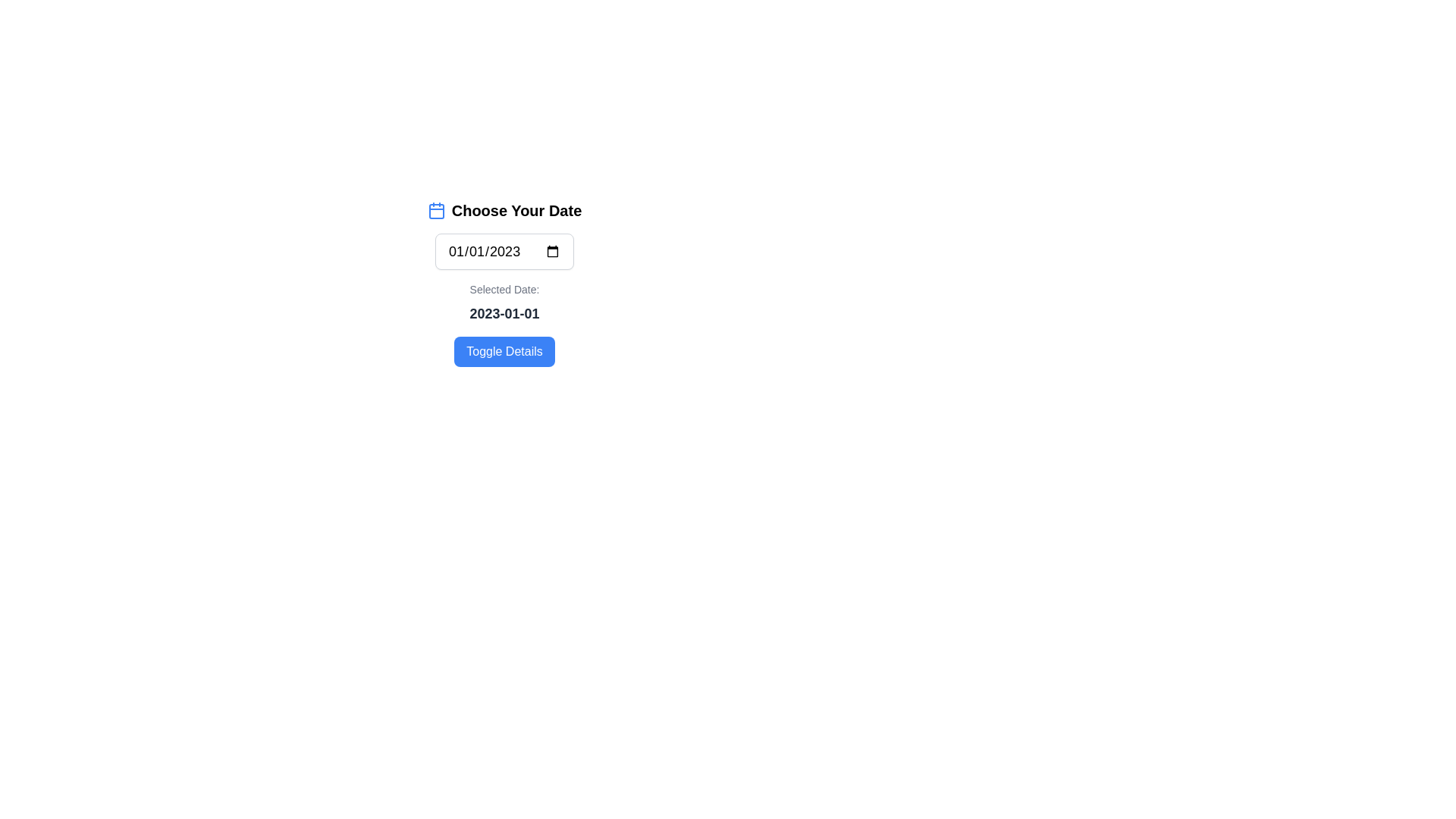 Image resolution: width=1456 pixels, height=819 pixels. I want to click on the calendar icon, which is a square outline with a circular blue stroke, located to the left of the 'Choose Your Date' text, so click(435, 210).